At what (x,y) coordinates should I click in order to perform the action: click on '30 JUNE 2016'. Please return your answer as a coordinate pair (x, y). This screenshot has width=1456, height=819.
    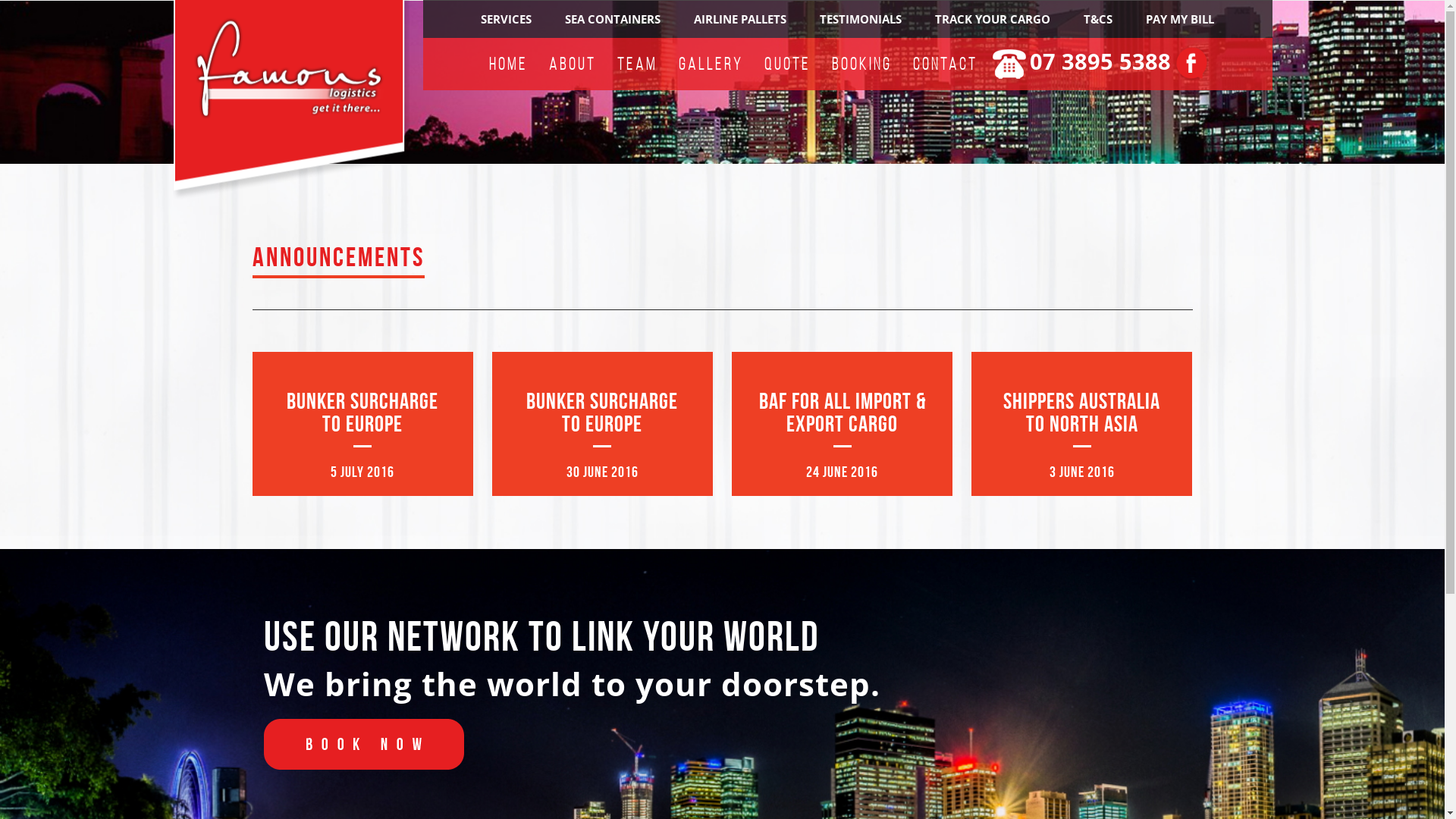
    Looking at the image, I should click on (601, 468).